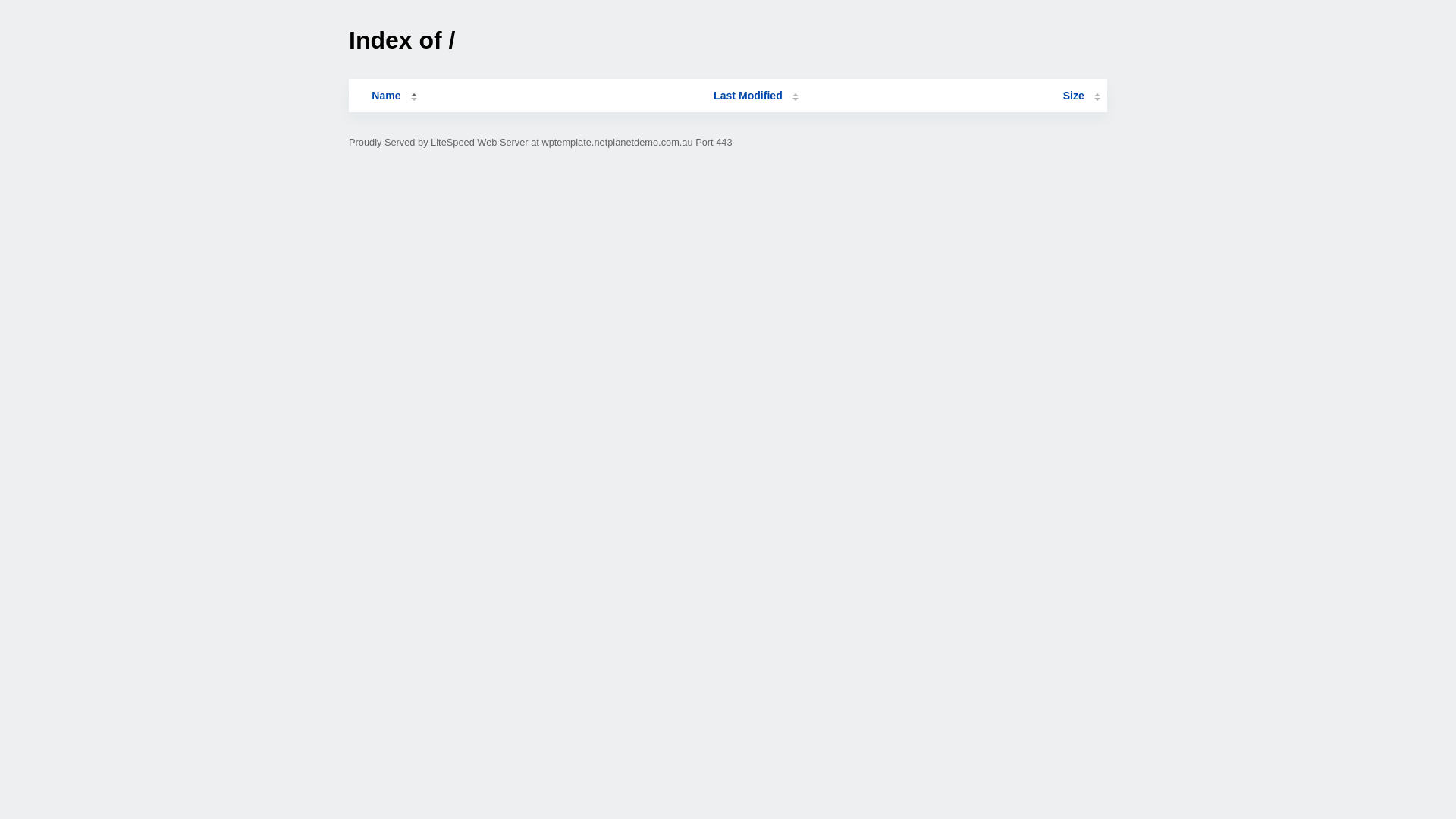 The width and height of the screenshot is (1456, 819). I want to click on 'Size', so click(1081, 96).